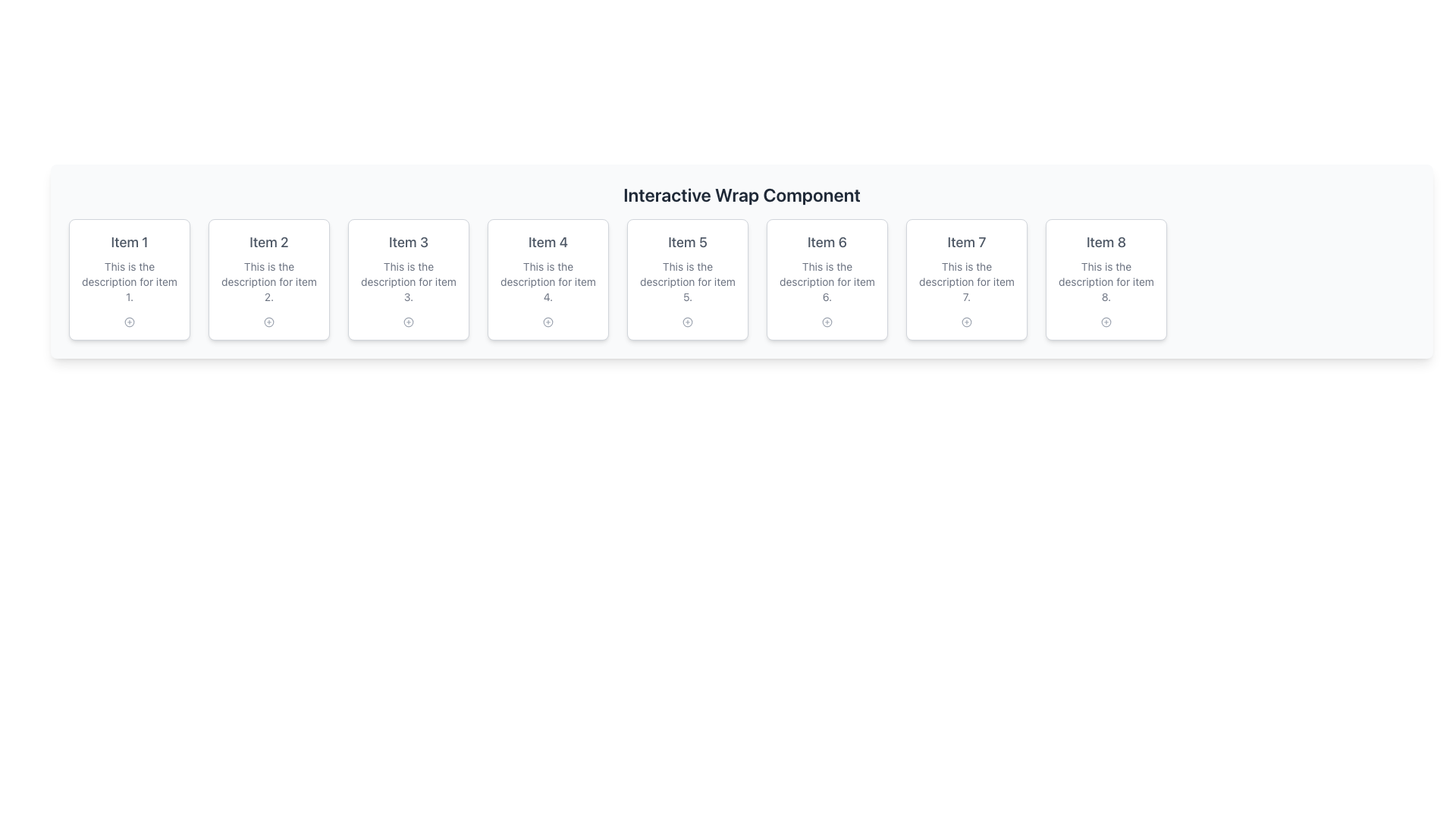  Describe the element at coordinates (1106, 280) in the screenshot. I see `the Interactive card displaying information about 'Item 8', located at the bottom-right corner of the grid layout` at that location.